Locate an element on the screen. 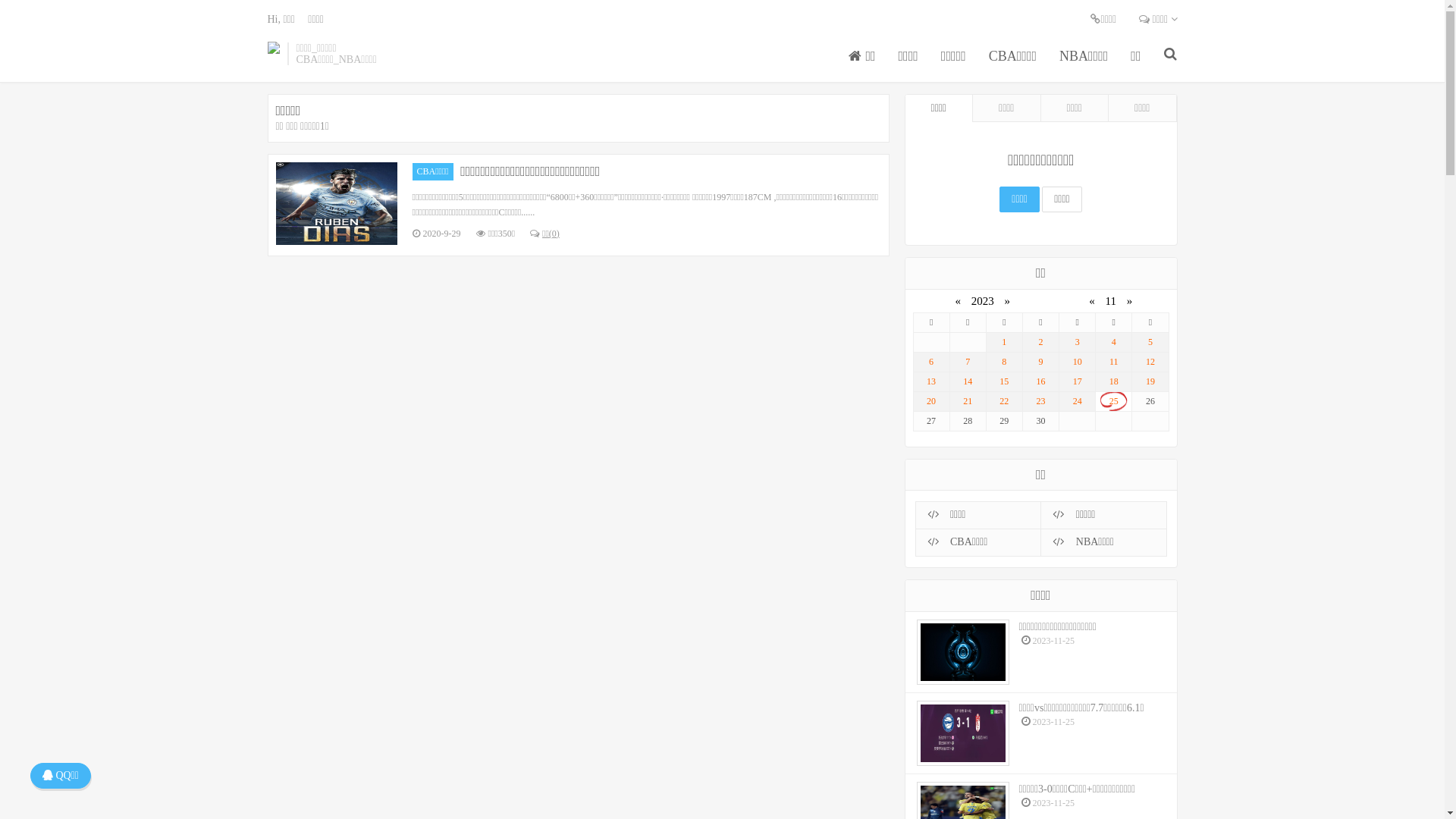 The image size is (1456, 819). '9' is located at coordinates (1026, 362).